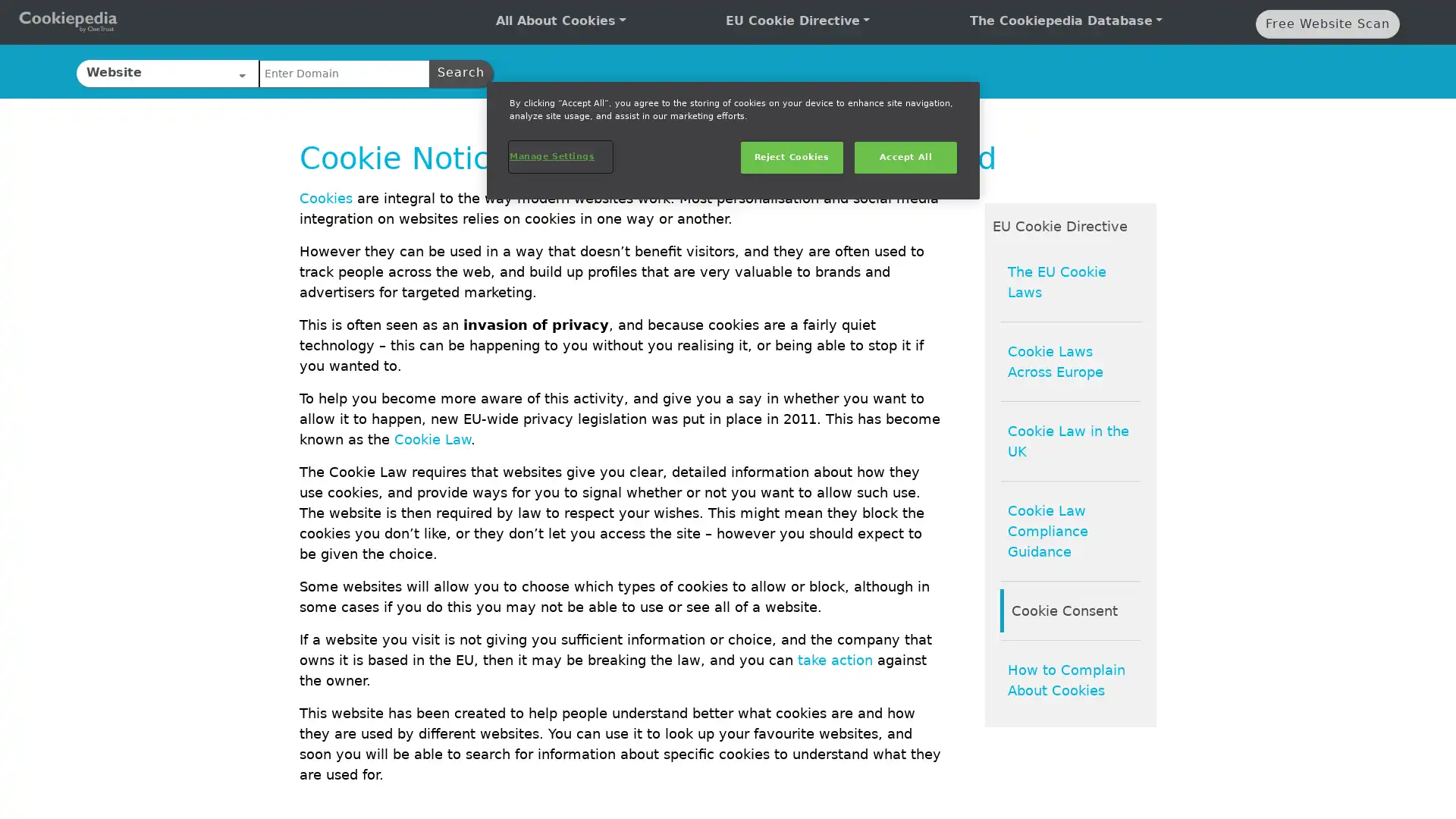 The image size is (1456, 819). Describe the element at coordinates (790, 158) in the screenshot. I see `Reject Cookies` at that location.